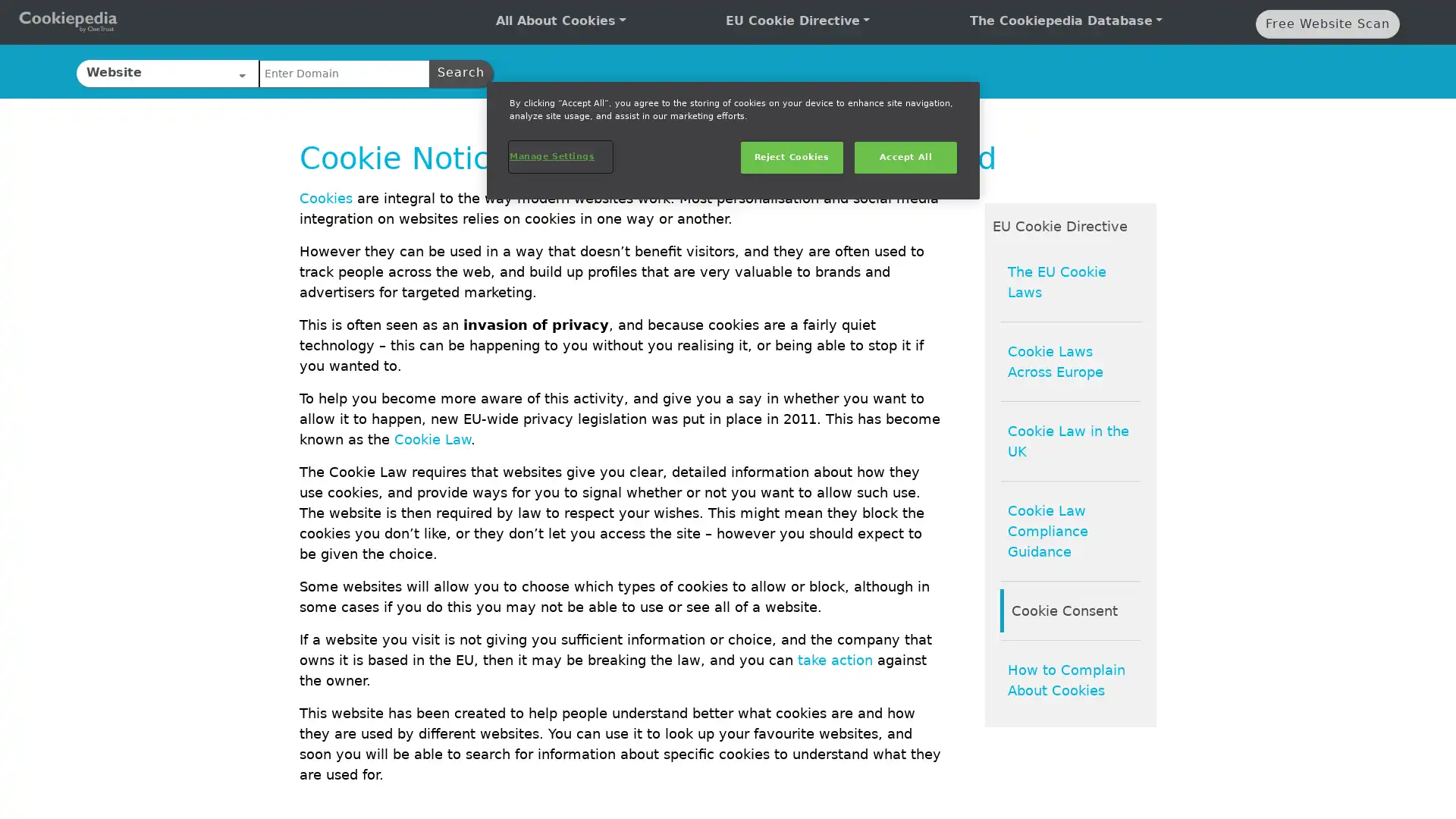 The image size is (1456, 819). Describe the element at coordinates (790, 158) in the screenshot. I see `Reject Cookies` at that location.